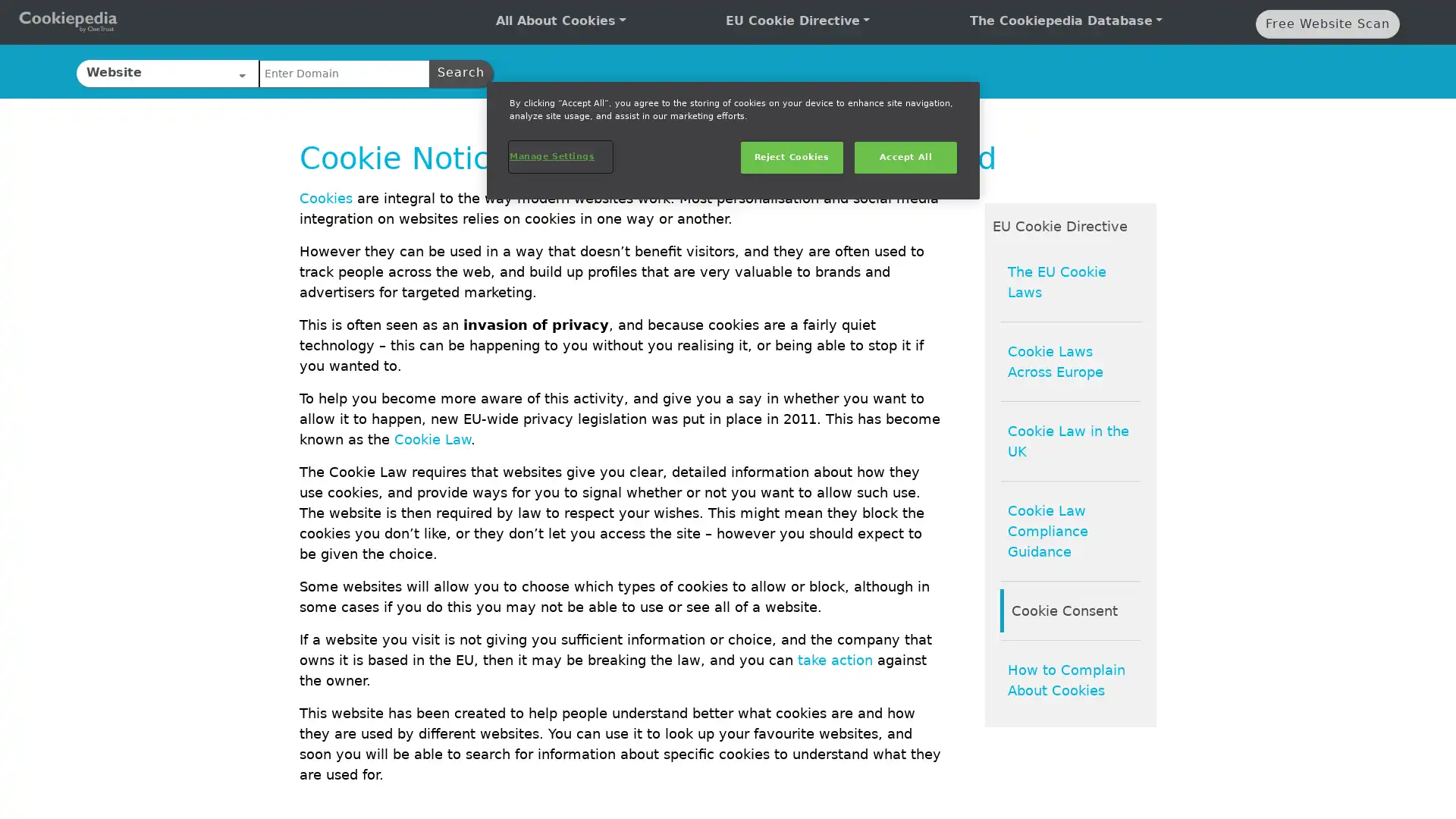 The image size is (1456, 819). Describe the element at coordinates (790, 158) in the screenshot. I see `Reject Cookies` at that location.